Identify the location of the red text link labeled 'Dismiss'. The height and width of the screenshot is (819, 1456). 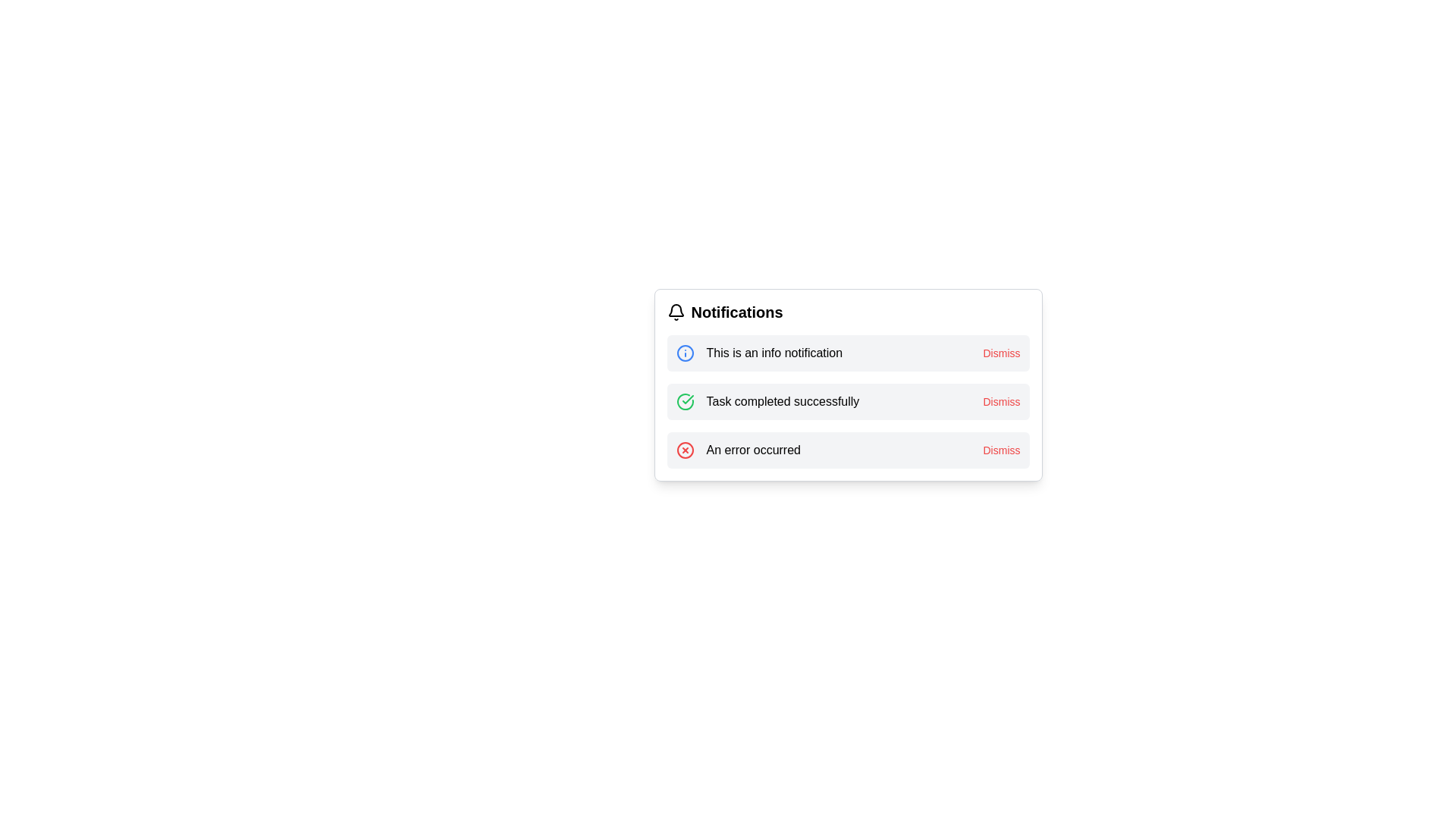
(1001, 400).